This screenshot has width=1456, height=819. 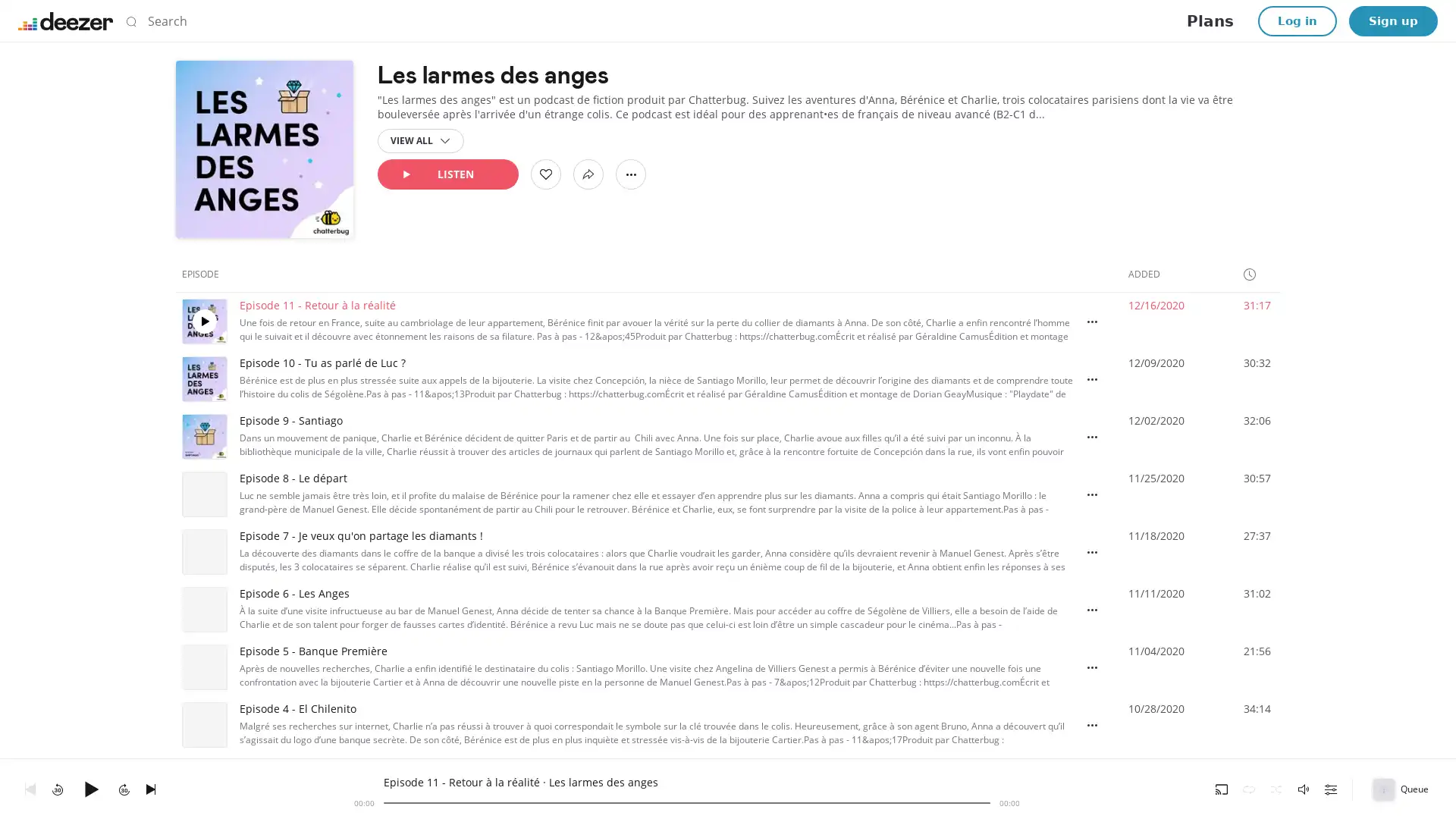 What do you see at coordinates (58, 788) in the screenshot?
I see `Skip back 30 seconds` at bounding box center [58, 788].